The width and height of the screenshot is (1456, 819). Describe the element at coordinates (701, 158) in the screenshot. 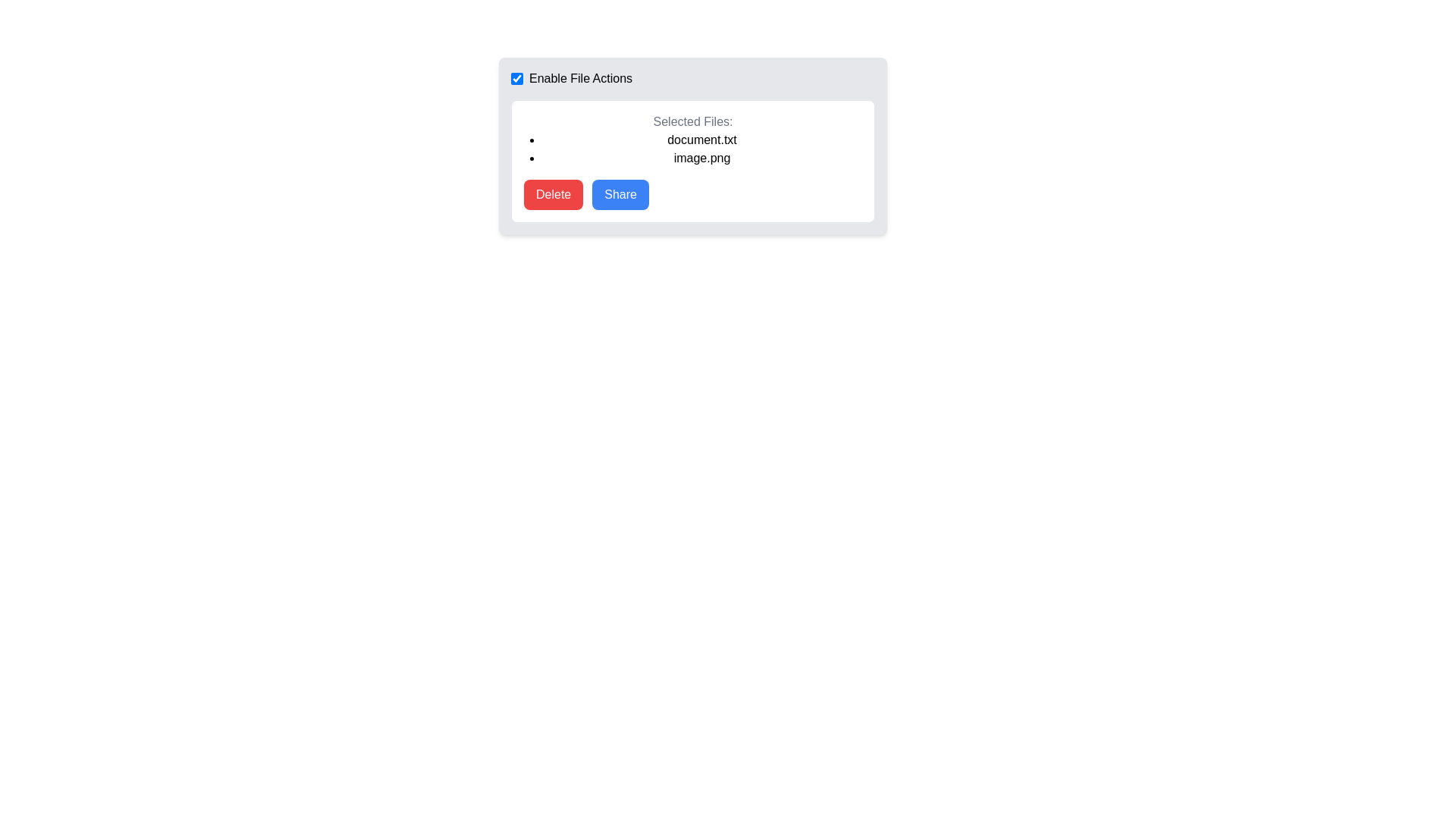

I see `the text label displaying the file name 'image.png'` at that location.